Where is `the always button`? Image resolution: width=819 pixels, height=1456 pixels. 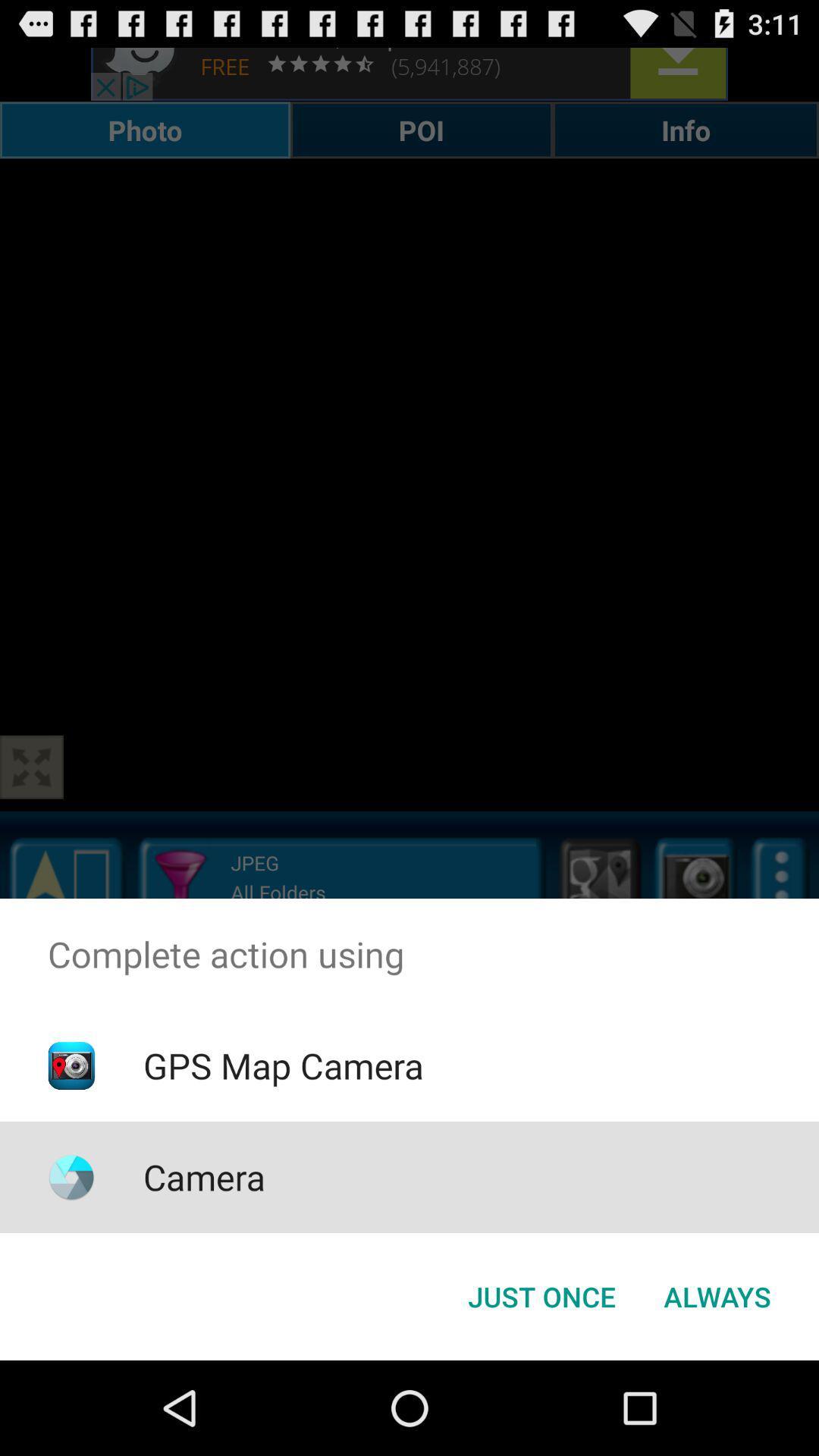 the always button is located at coordinates (717, 1295).